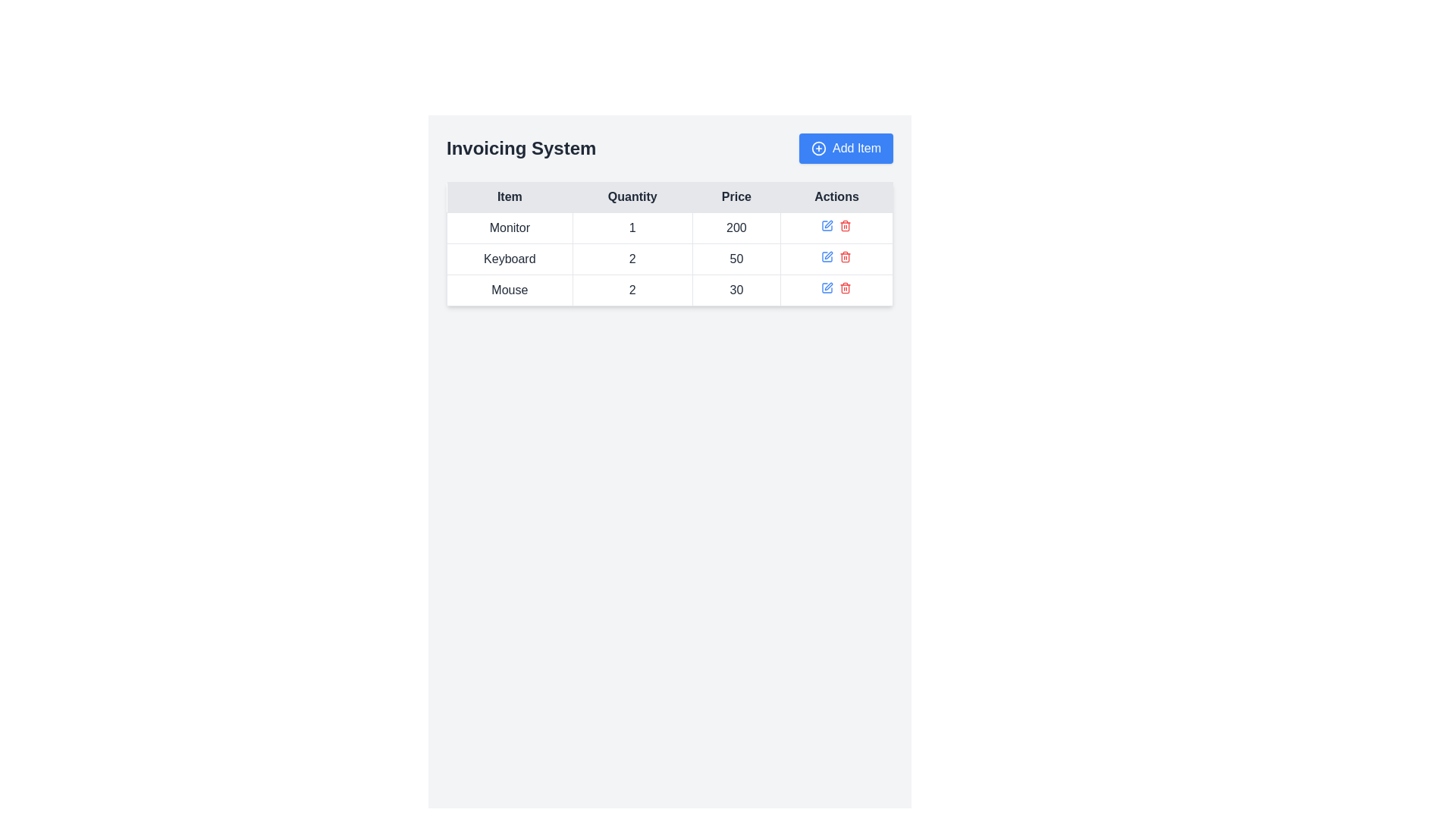 Image resolution: width=1456 pixels, height=819 pixels. Describe the element at coordinates (736, 227) in the screenshot. I see `displayed numeric value '200' from the text field located in the third cell of the row for 'Monitor' under the 'Price' column in the table` at that location.